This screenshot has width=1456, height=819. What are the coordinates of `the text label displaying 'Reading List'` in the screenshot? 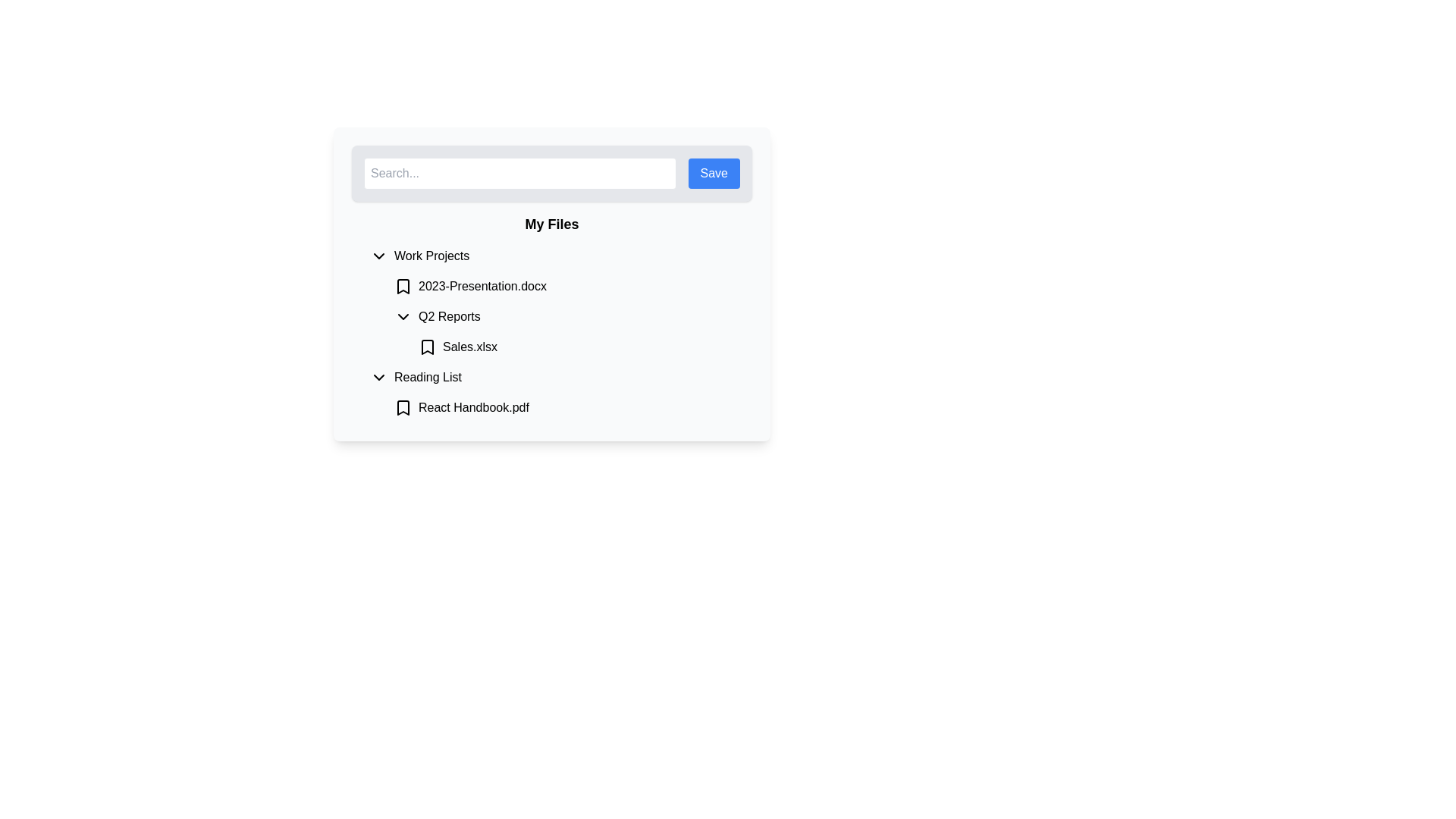 It's located at (427, 376).